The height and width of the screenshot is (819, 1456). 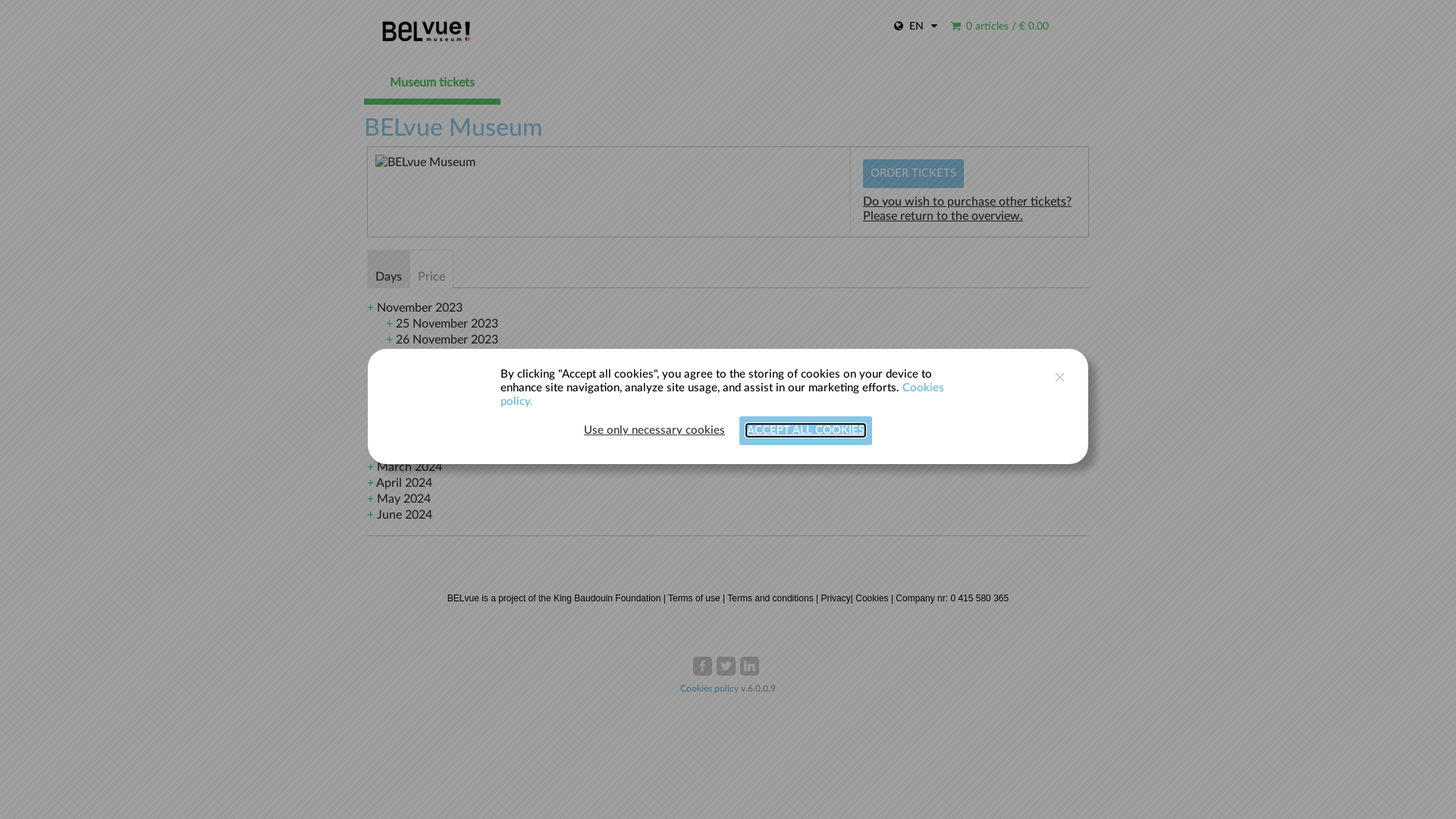 What do you see at coordinates (404, 513) in the screenshot?
I see `'June 2024'` at bounding box center [404, 513].